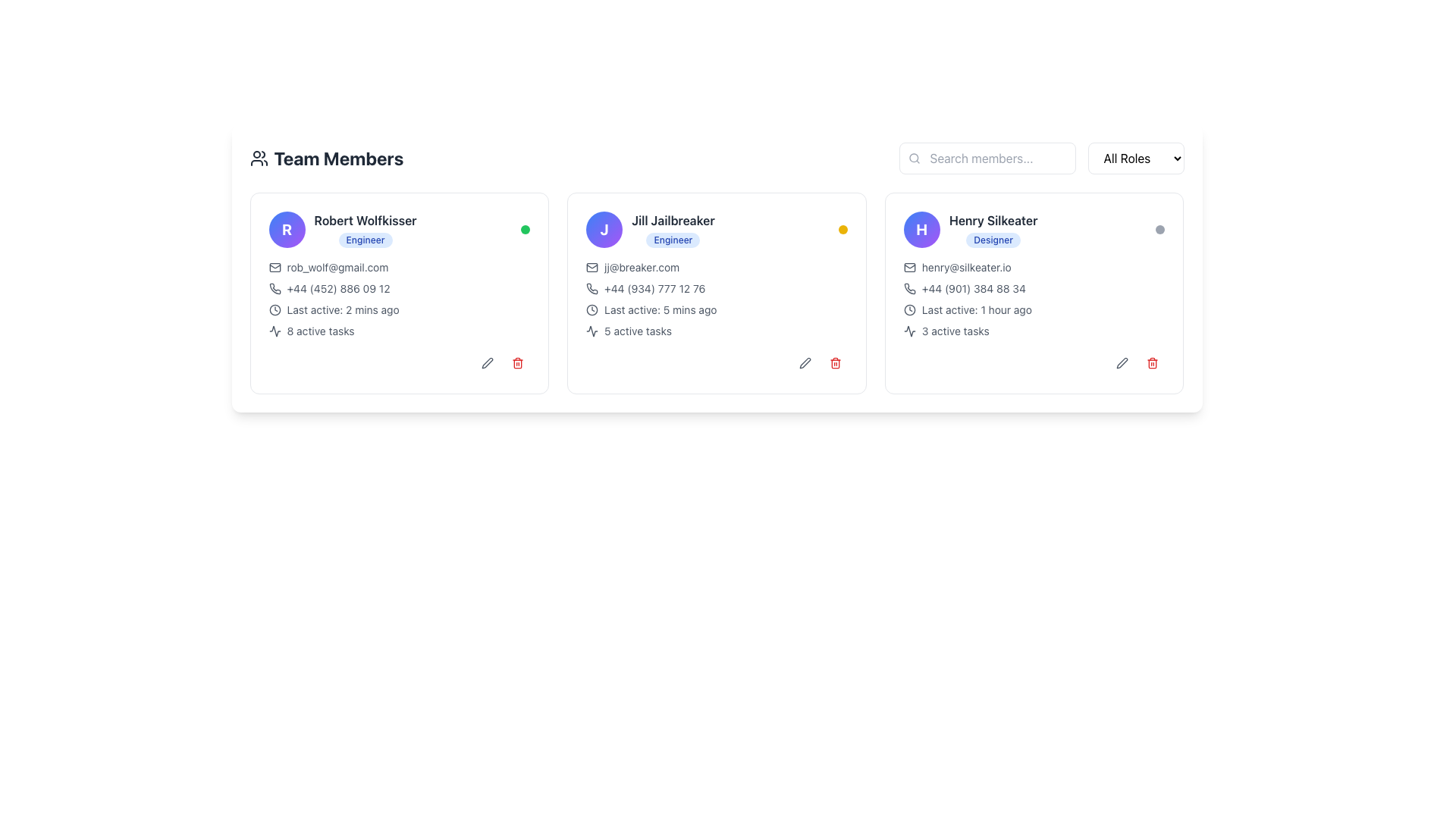  What do you see at coordinates (834, 362) in the screenshot?
I see `the red trash bin icon located at the bottom-right corner of the team member card` at bounding box center [834, 362].